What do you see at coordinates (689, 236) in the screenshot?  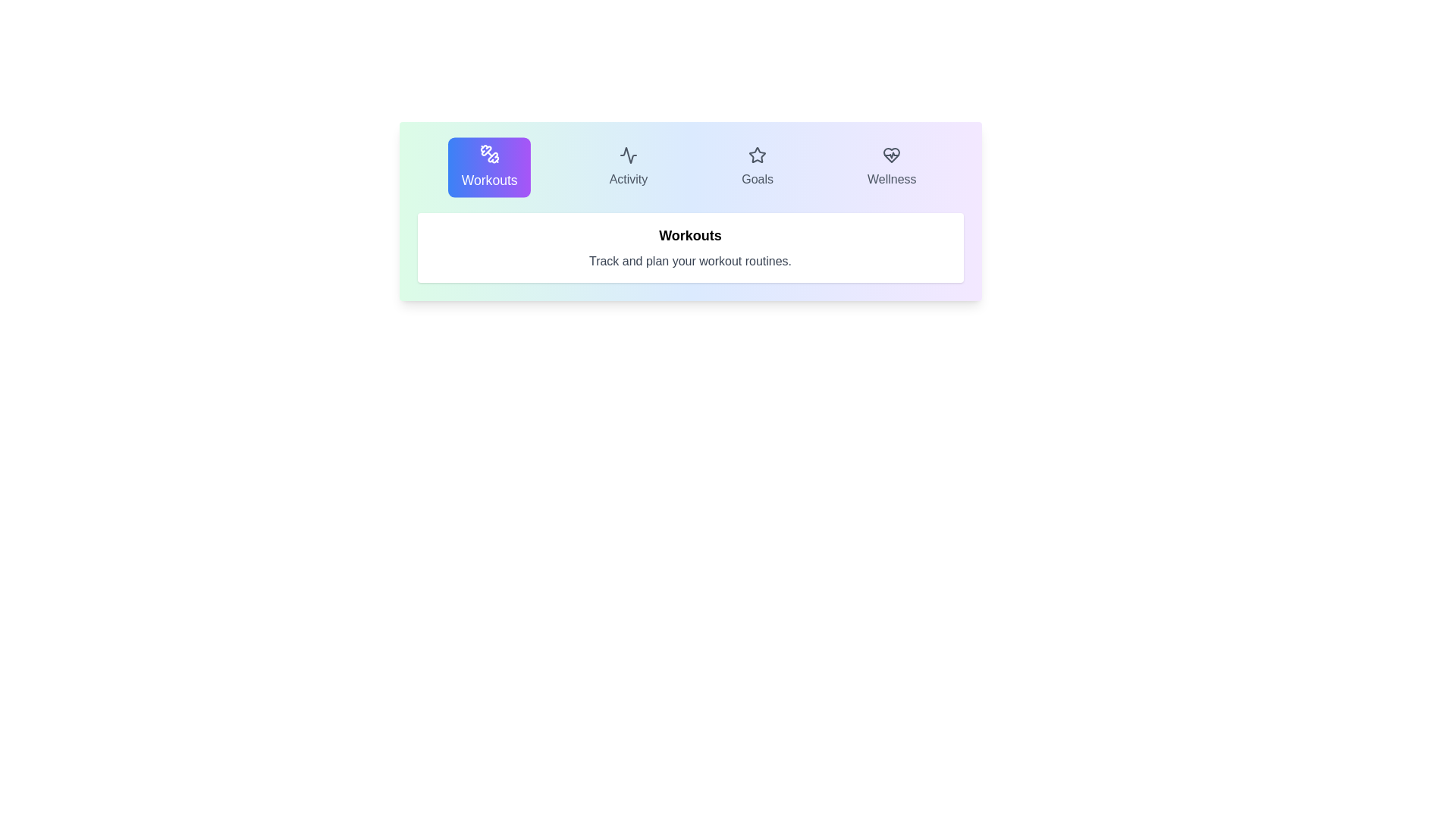 I see `the text label that serves as a header or title, positioned at the top-center of a white box with rounded edges and a shadow` at bounding box center [689, 236].